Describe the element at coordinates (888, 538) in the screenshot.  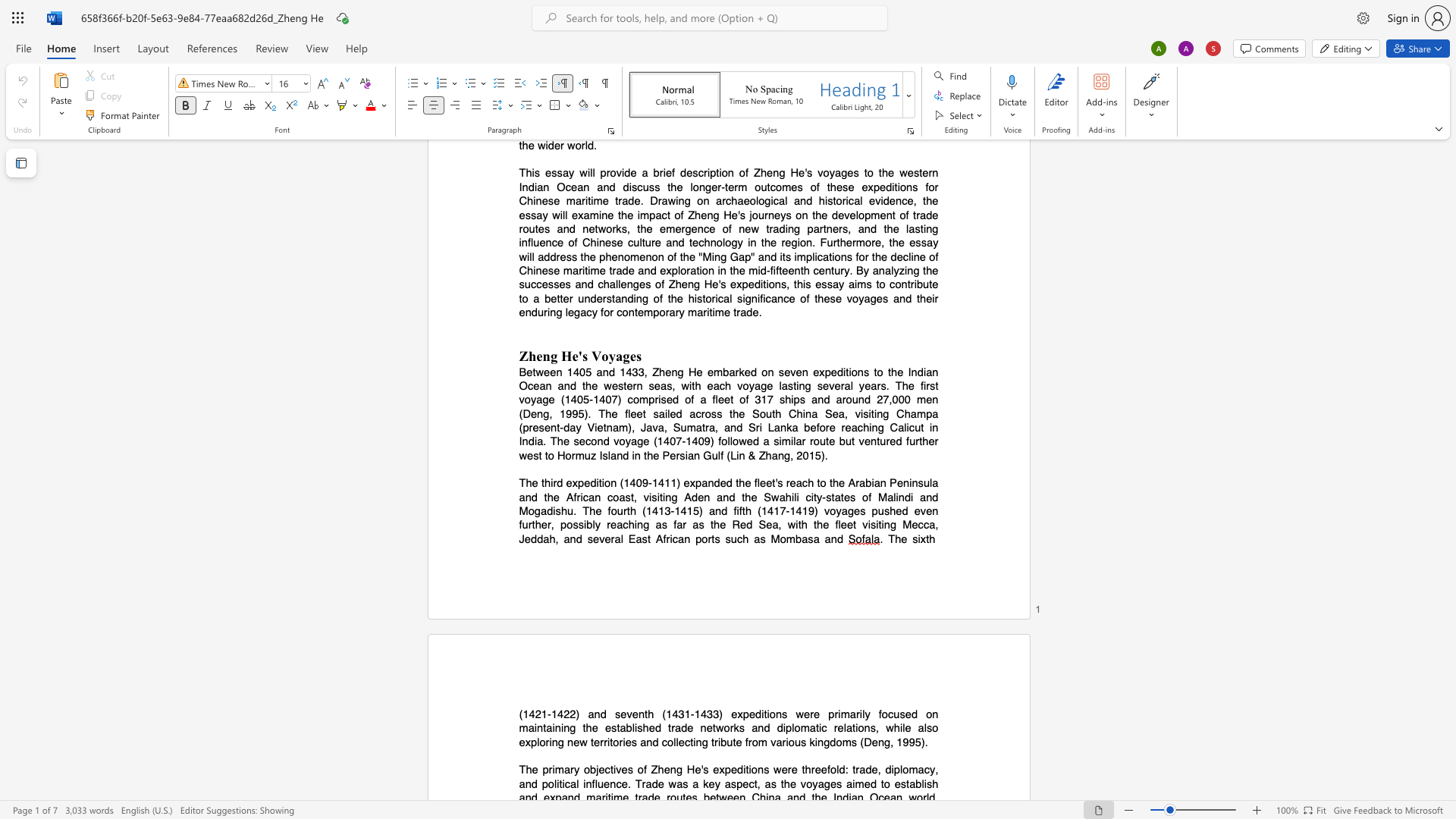
I see `the subset text "The" within the text ". The sixth"` at that location.